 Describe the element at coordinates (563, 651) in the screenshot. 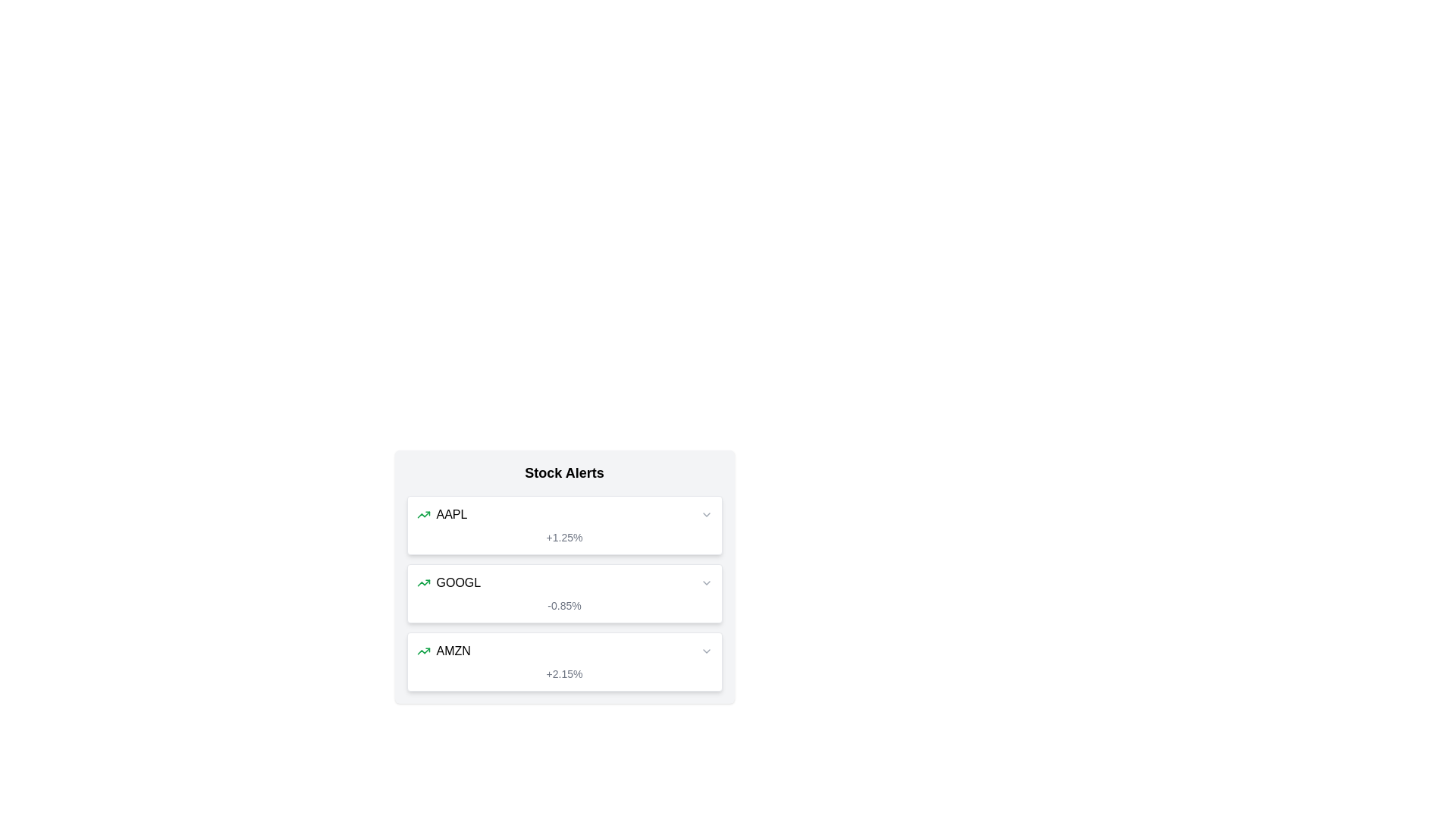

I see `graphical trend indicator of the stock entry for 'AMZN' located in the third row of the 'Stock Alerts' list` at that location.